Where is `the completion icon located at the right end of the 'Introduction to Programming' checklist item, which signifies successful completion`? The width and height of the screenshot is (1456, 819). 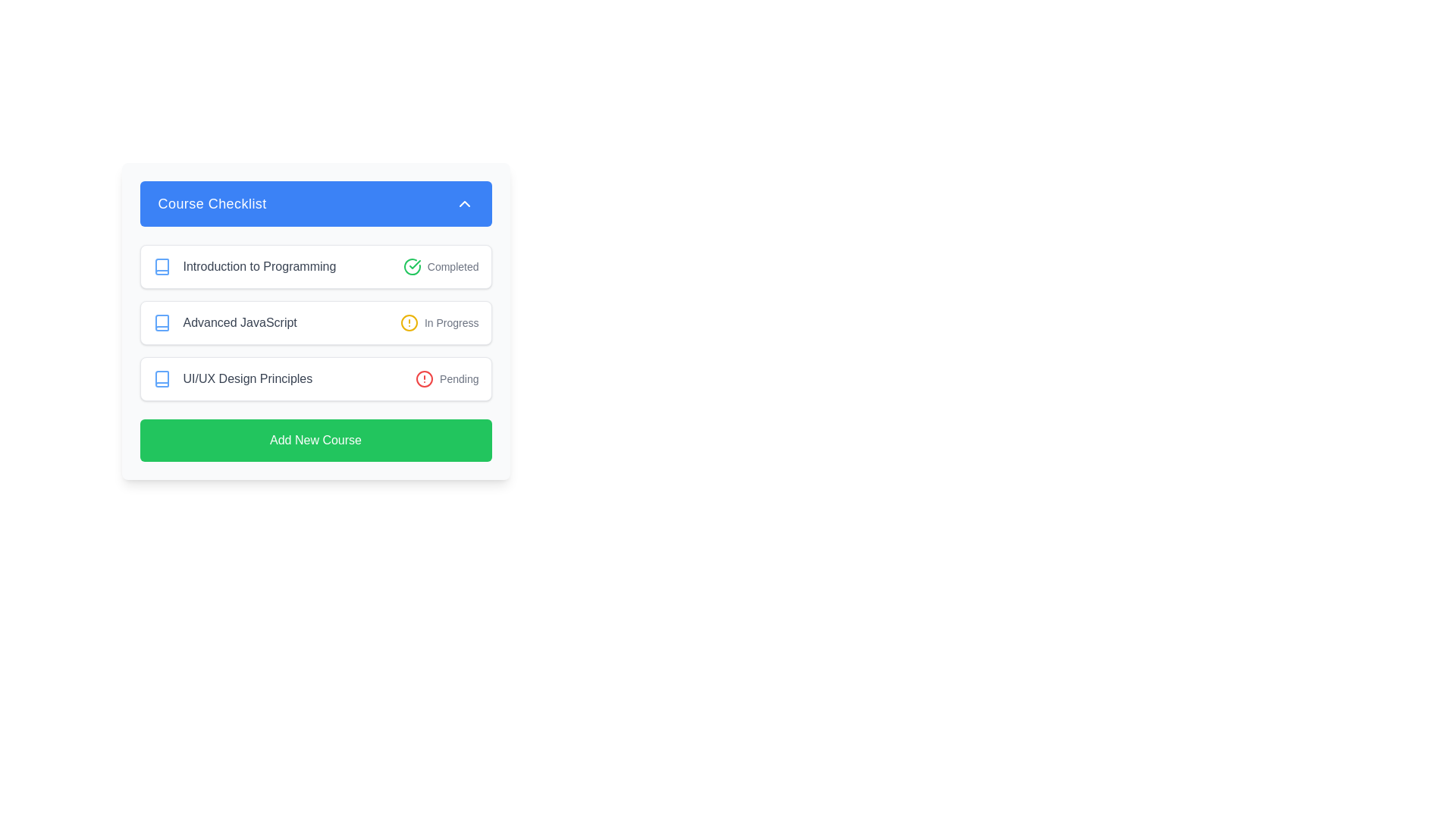 the completion icon located at the right end of the 'Introduction to Programming' checklist item, which signifies successful completion is located at coordinates (415, 263).